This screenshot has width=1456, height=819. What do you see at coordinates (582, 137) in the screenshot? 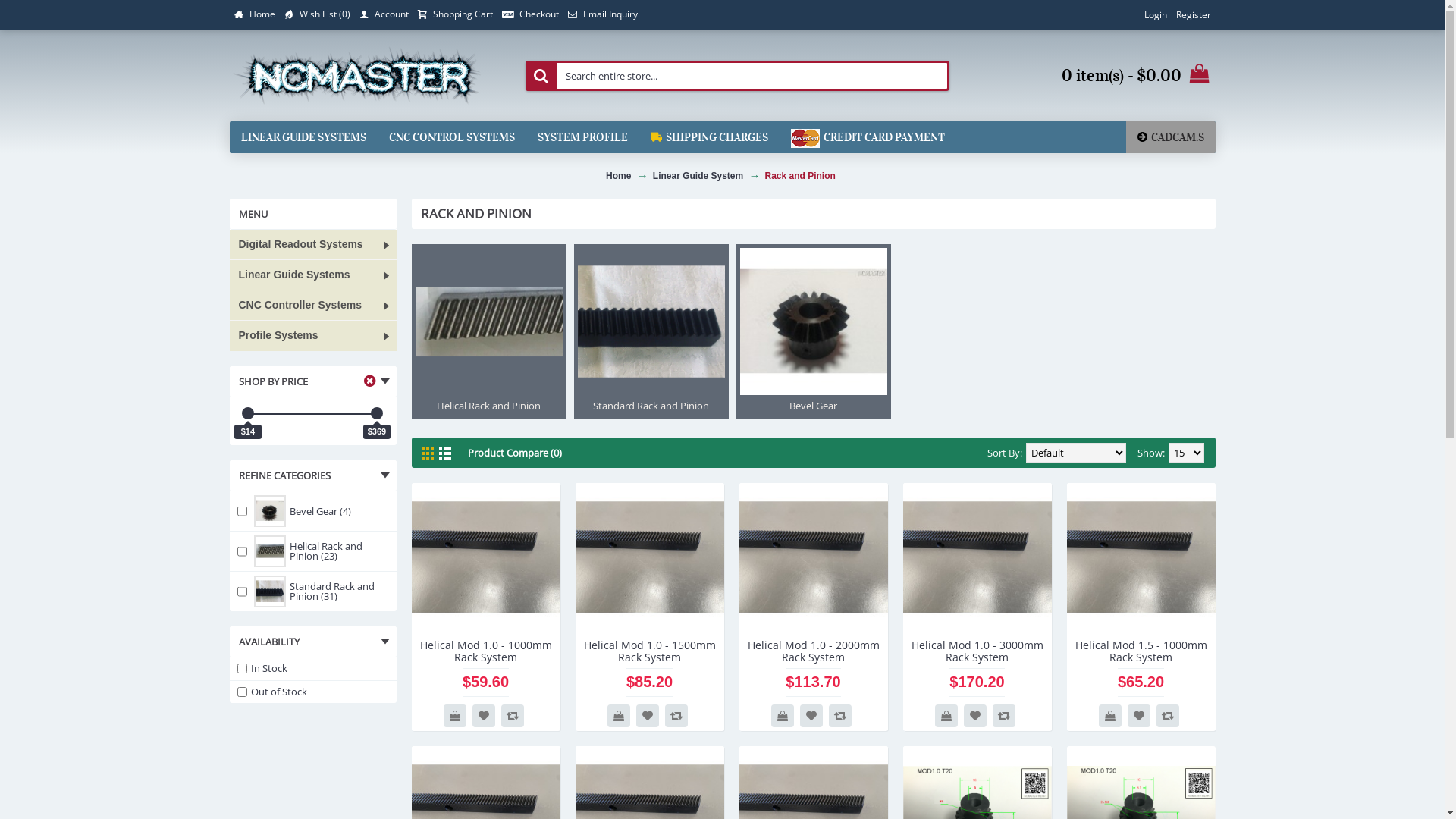
I see `'SYSTEM PROFILE'` at bounding box center [582, 137].